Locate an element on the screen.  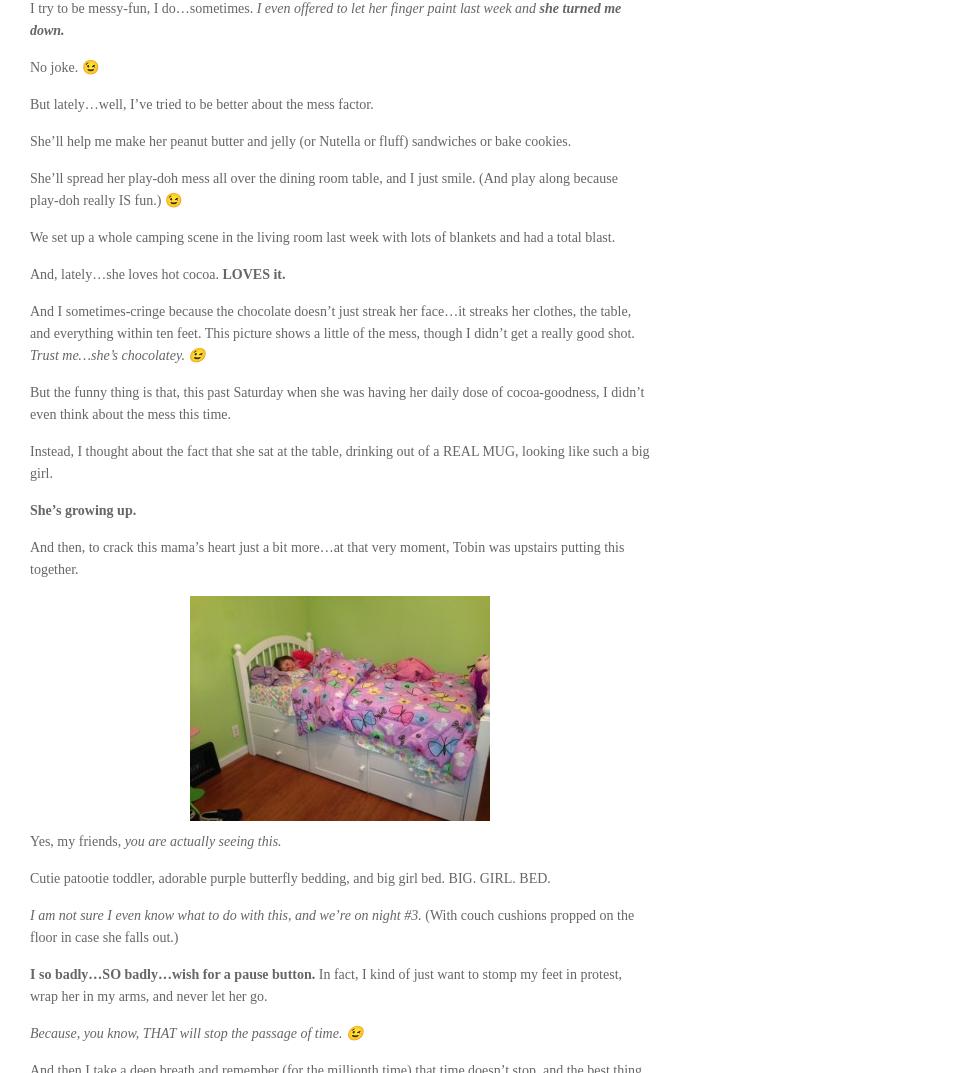
'Yes, my friends,' is located at coordinates (76, 840).